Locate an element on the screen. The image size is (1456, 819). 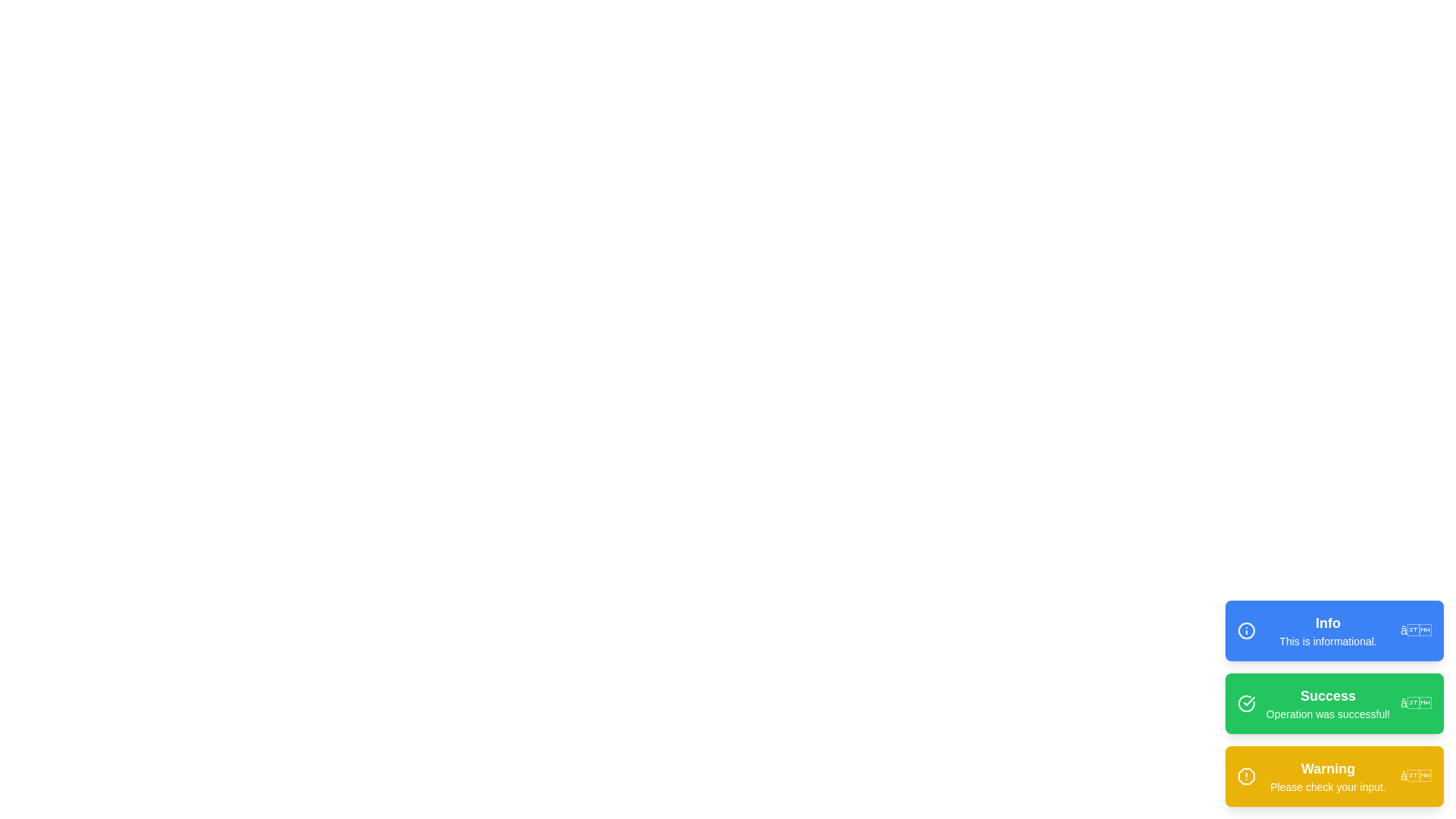
the positive notification Text Label located within the green notification card under the header 'Success'. This Text Label conveys a successful operation message and is positioned below the bold 'Success' text is located at coordinates (1327, 714).